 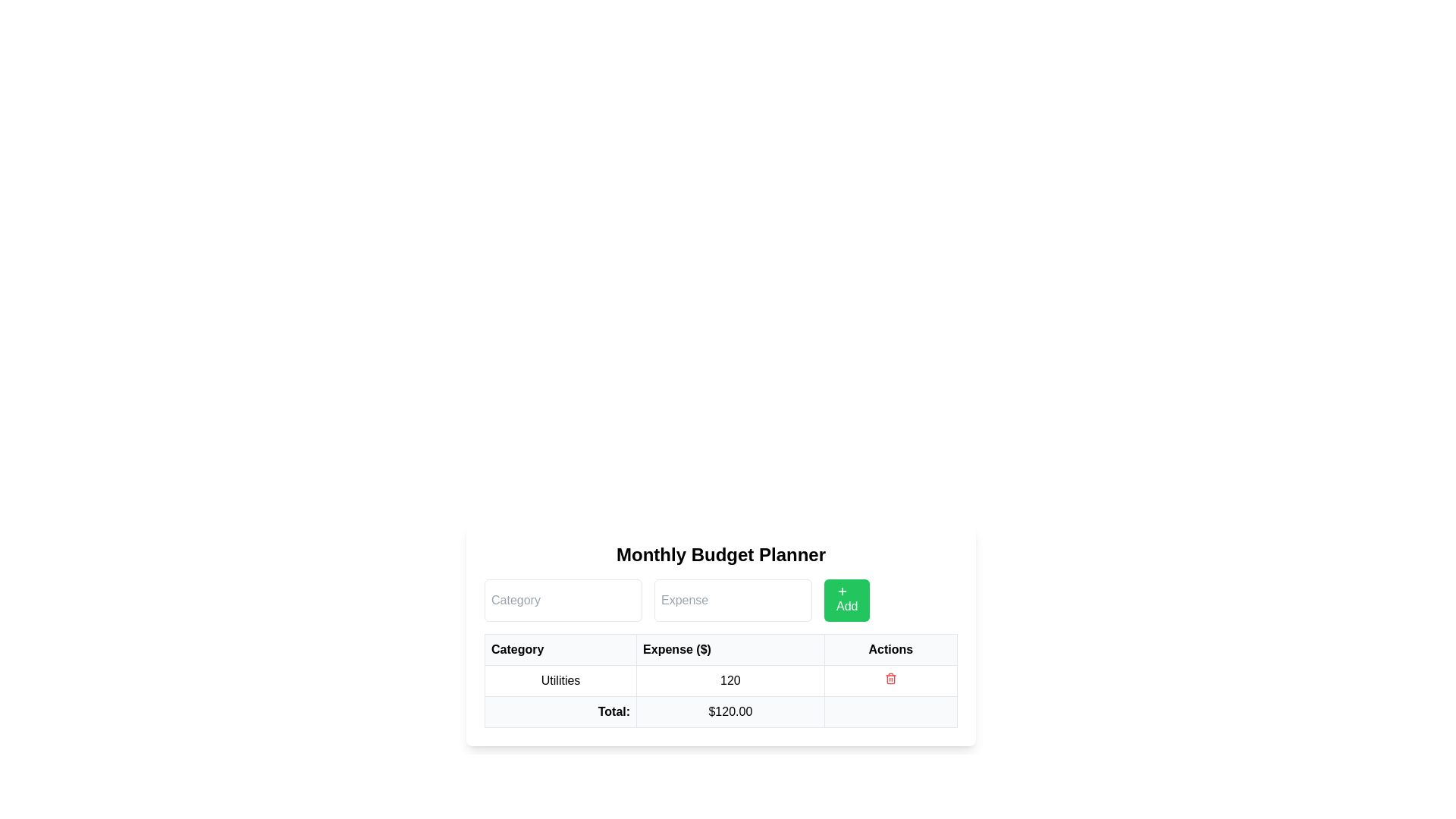 I want to click on displayed text content from the total amount row at the bottom of the table, which summarizes the expenses, so click(x=720, y=711).